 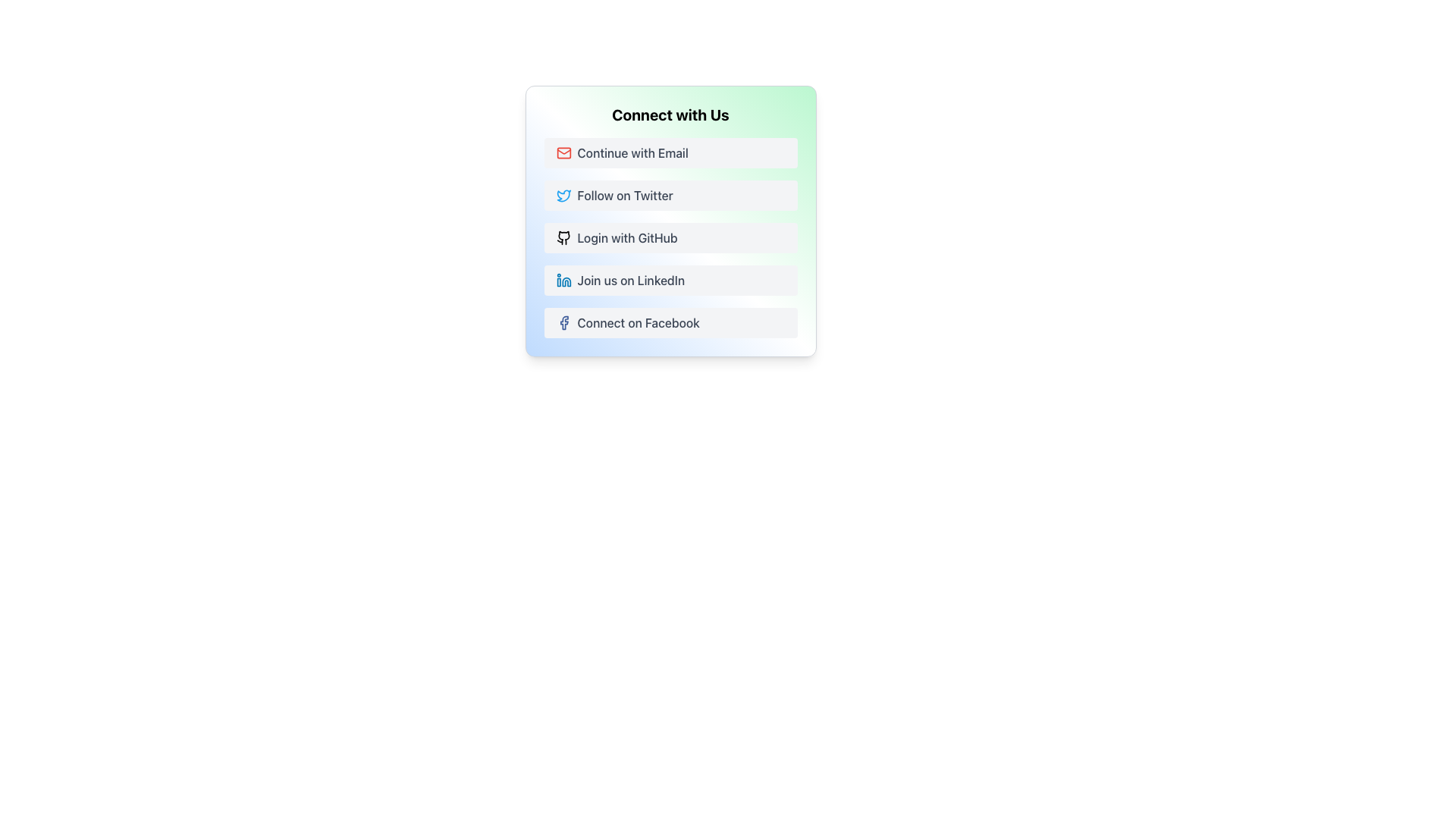 What do you see at coordinates (563, 152) in the screenshot?
I see `the email authentication icon, which is the first item on the left side of the 'Continue with Email' button` at bounding box center [563, 152].